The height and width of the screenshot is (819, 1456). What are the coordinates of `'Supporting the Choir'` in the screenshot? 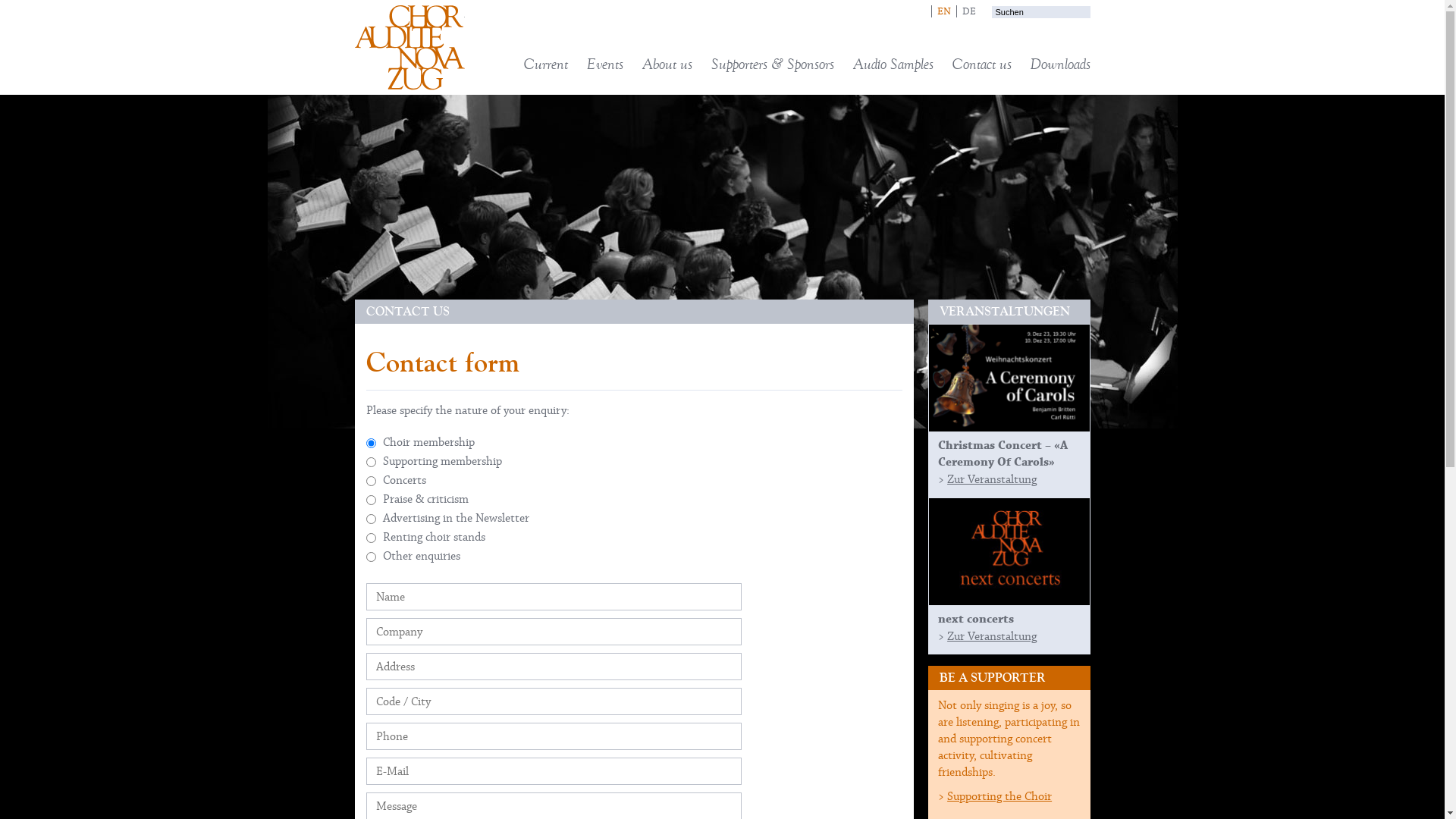 It's located at (999, 795).